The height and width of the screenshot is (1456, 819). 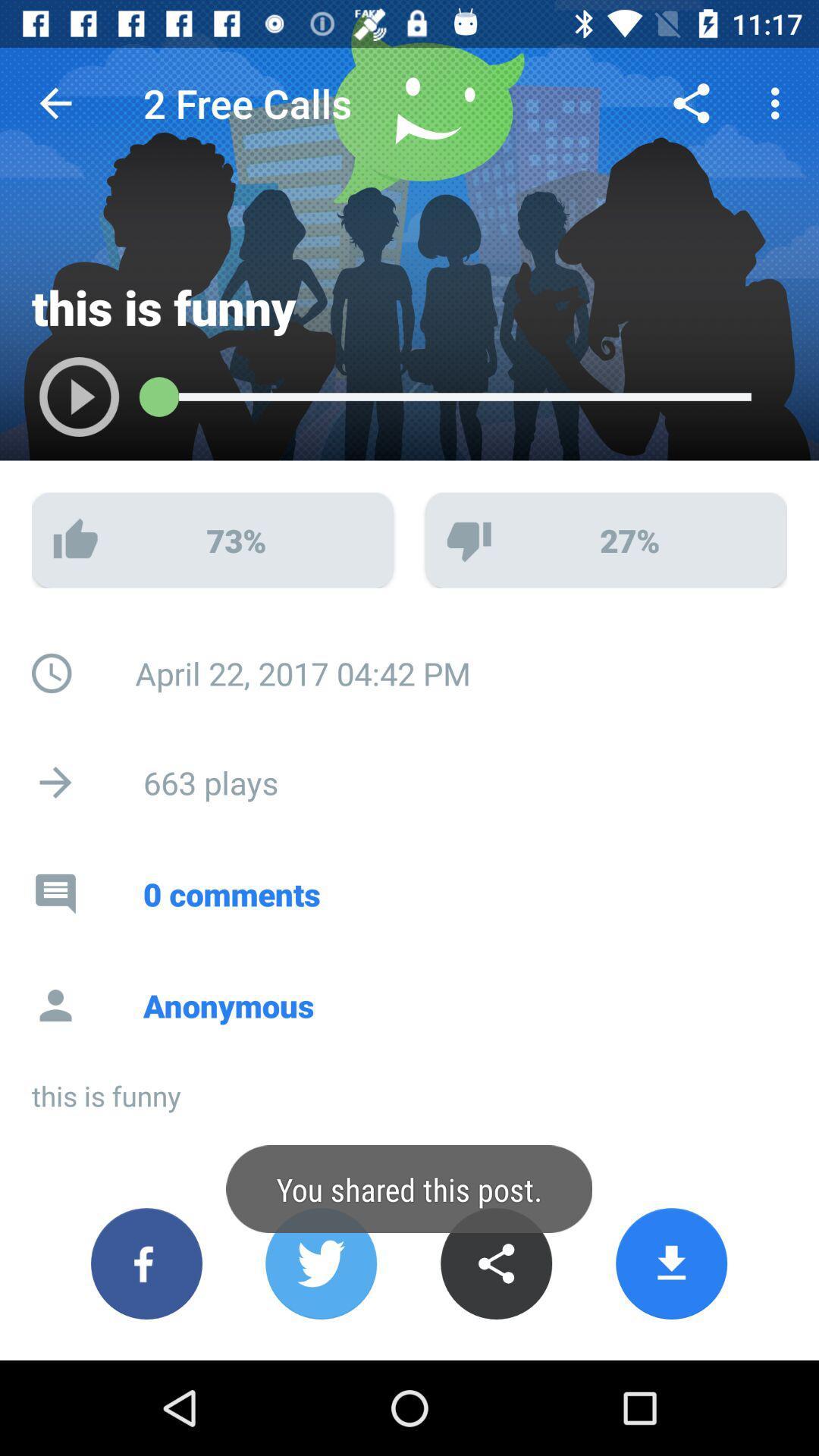 I want to click on media this is funny, so click(x=63, y=404).